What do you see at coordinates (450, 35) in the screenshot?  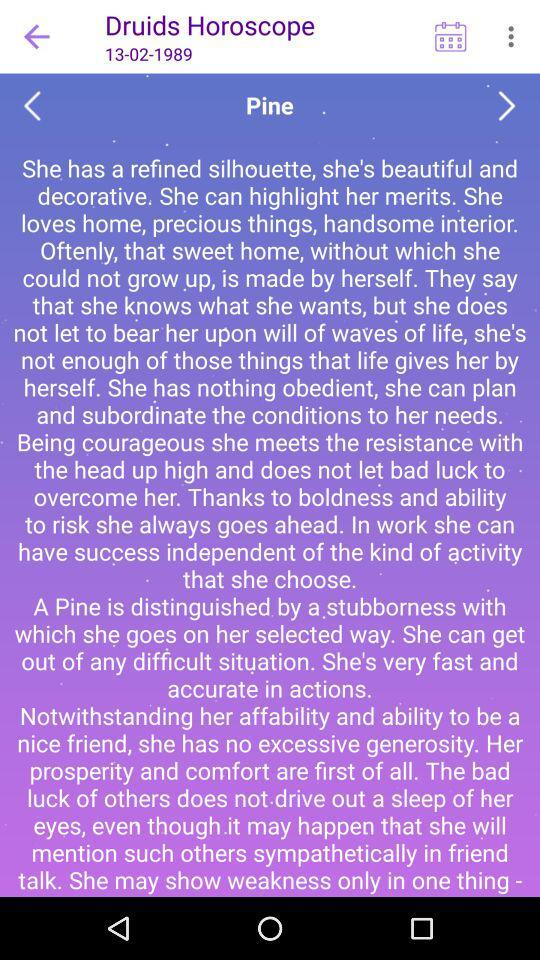 I see `open calendar` at bounding box center [450, 35].